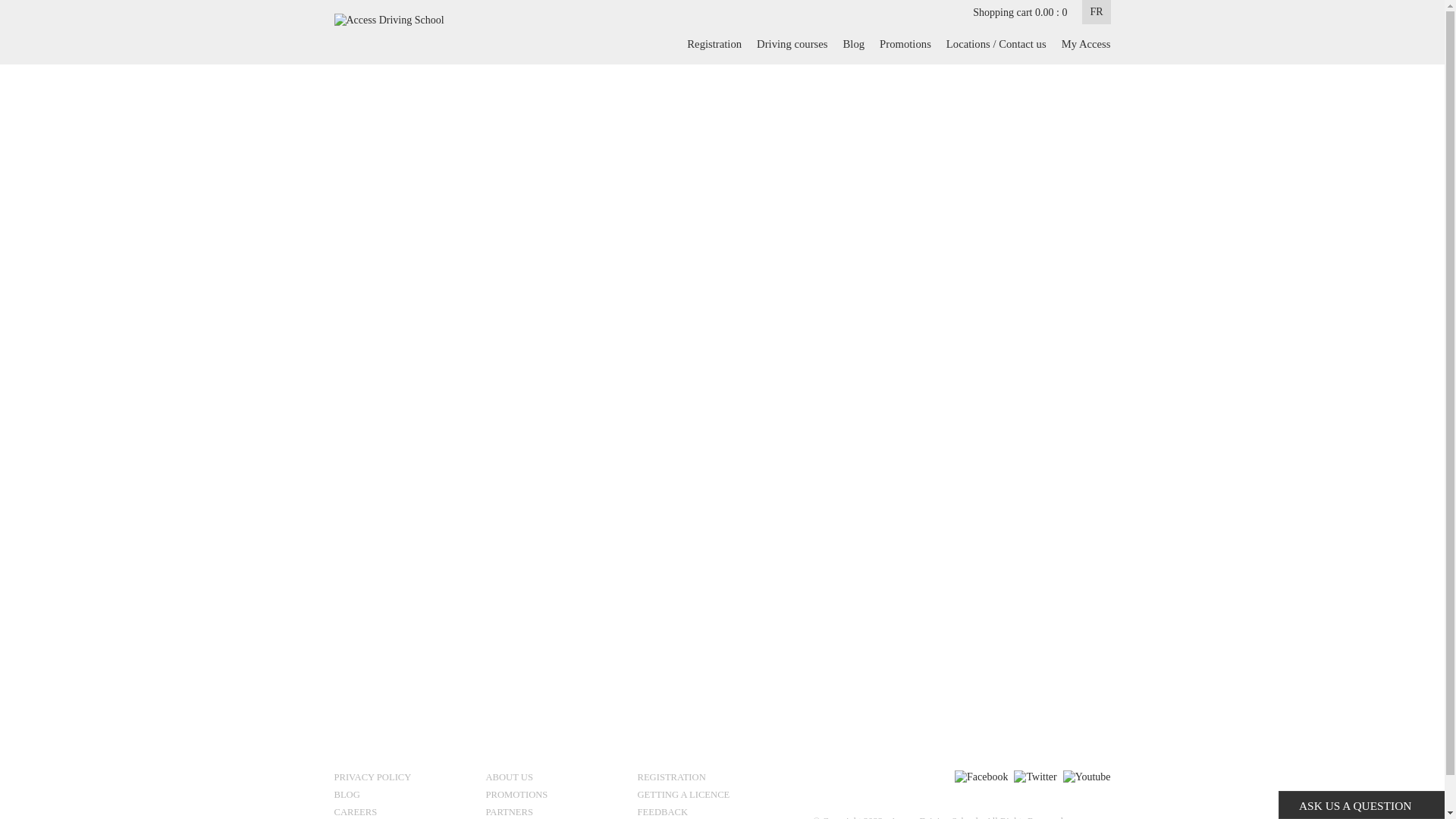 This screenshot has width=1456, height=819. What do you see at coordinates (854, 42) in the screenshot?
I see `'Blog'` at bounding box center [854, 42].